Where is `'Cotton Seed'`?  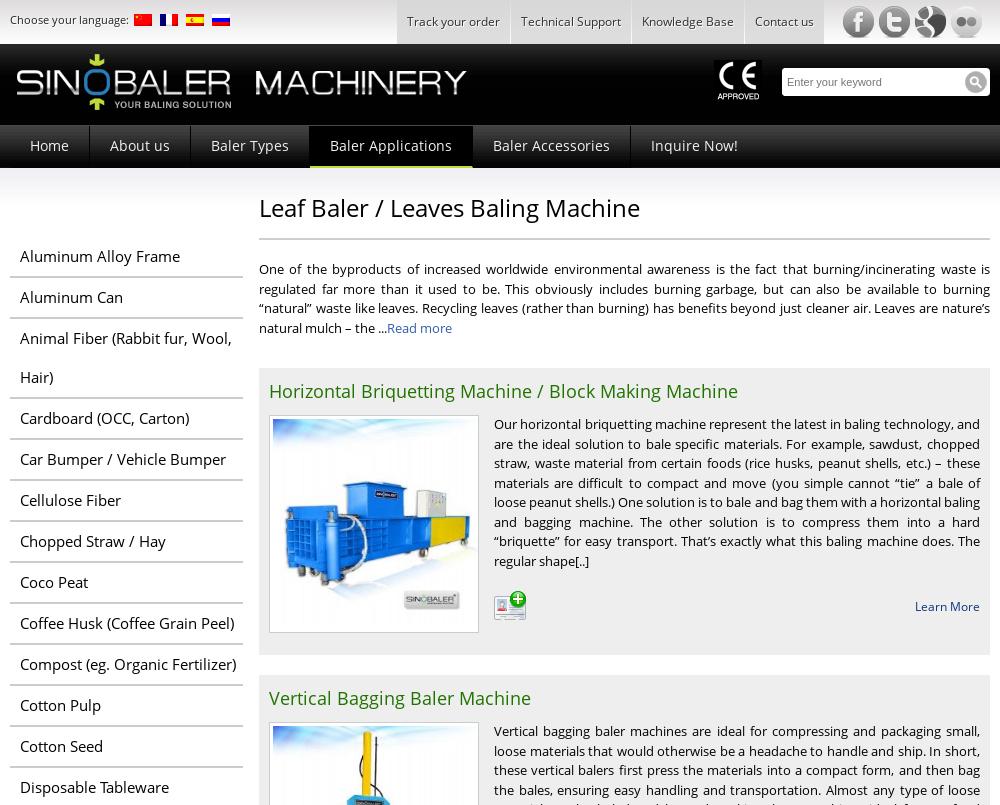
'Cotton Seed' is located at coordinates (20, 745).